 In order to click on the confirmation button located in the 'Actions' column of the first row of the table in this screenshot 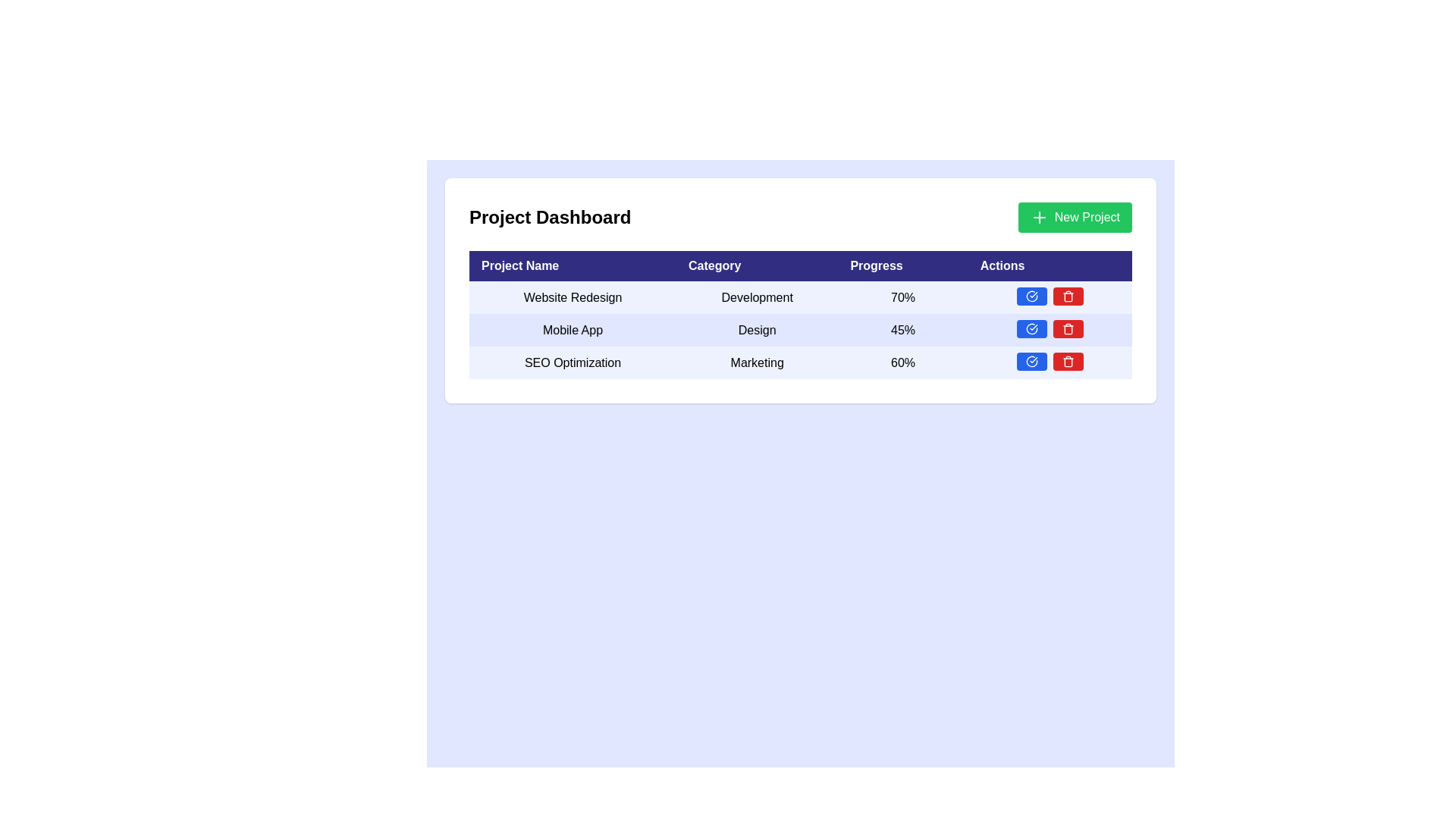, I will do `click(1031, 296)`.